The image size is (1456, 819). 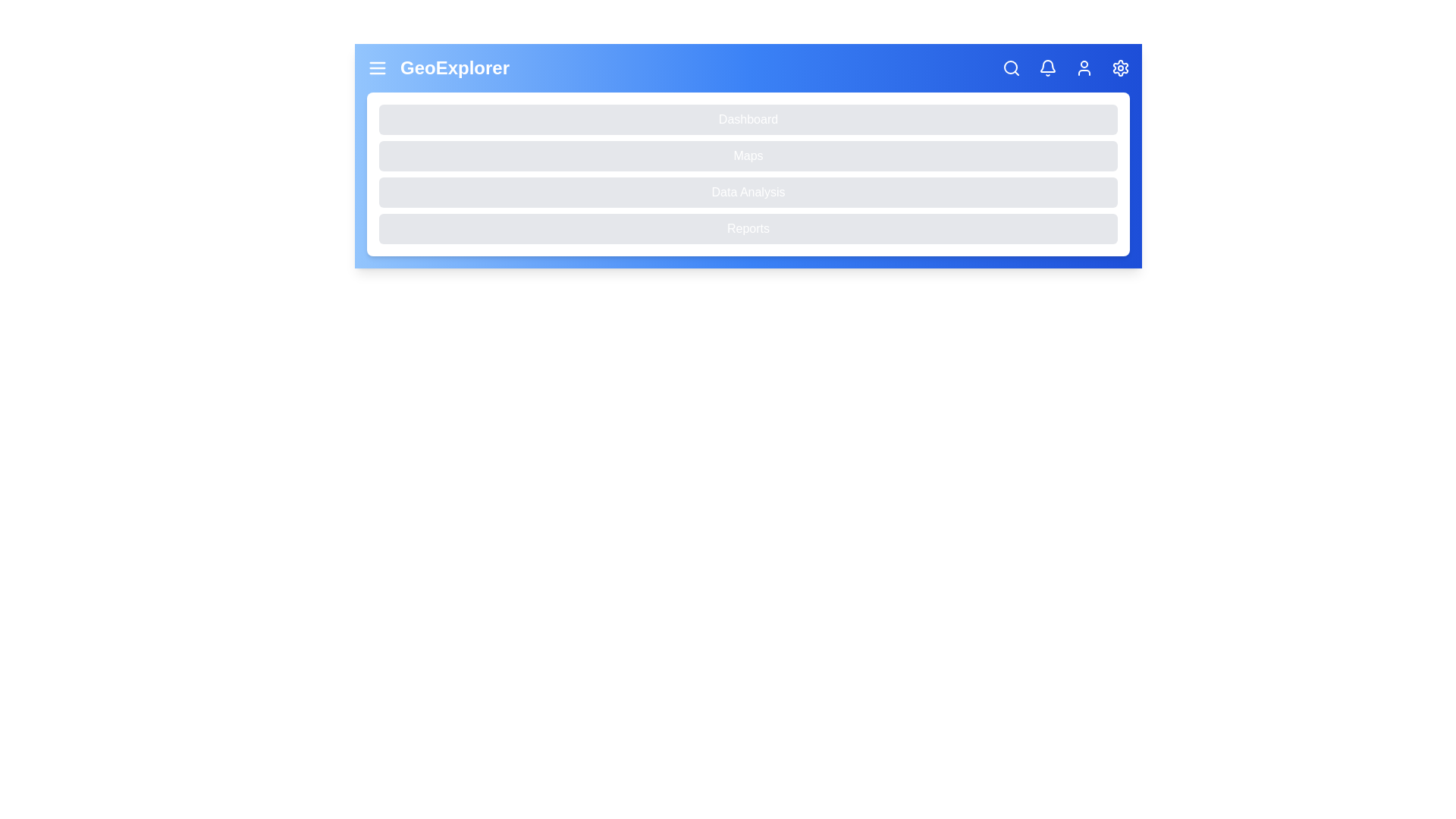 What do you see at coordinates (748, 119) in the screenshot?
I see `the menu item labeled Dashboard to navigate to the corresponding section` at bounding box center [748, 119].